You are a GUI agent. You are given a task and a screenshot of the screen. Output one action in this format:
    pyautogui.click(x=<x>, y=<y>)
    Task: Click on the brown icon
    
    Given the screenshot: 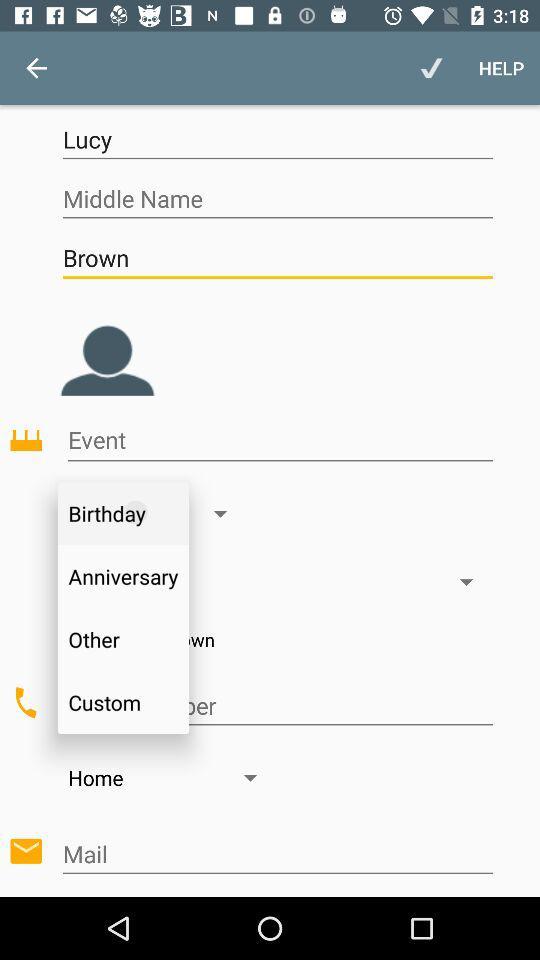 What is the action you would take?
    pyautogui.click(x=276, y=257)
    